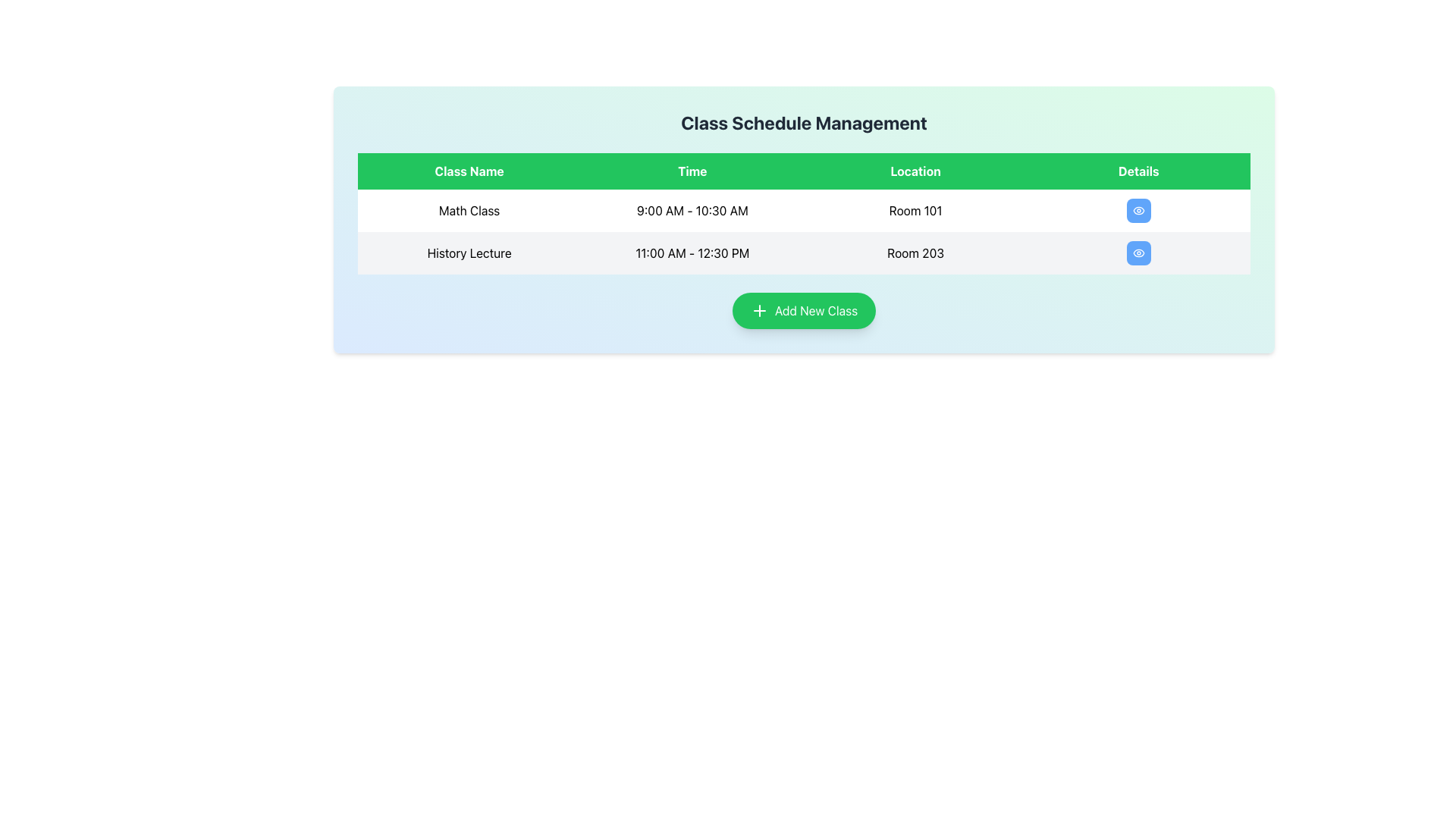 The height and width of the screenshot is (819, 1456). I want to click on the button in the last row of the table under the 'Details' column, so click(1138, 253).